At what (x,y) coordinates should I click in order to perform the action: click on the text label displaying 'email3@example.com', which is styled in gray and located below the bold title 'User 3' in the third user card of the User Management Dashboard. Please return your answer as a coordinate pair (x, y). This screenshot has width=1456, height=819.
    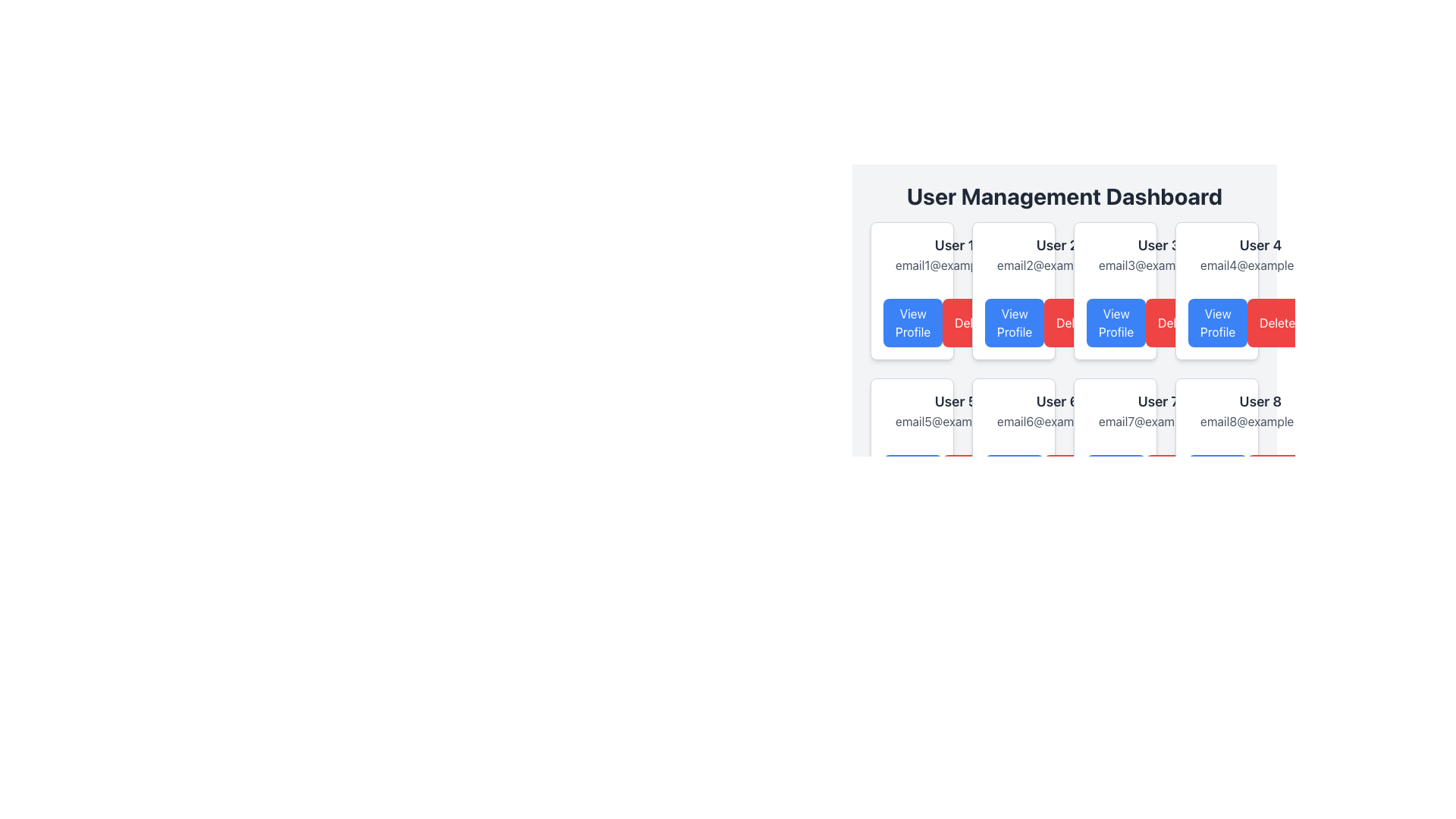
    Looking at the image, I should click on (1158, 265).